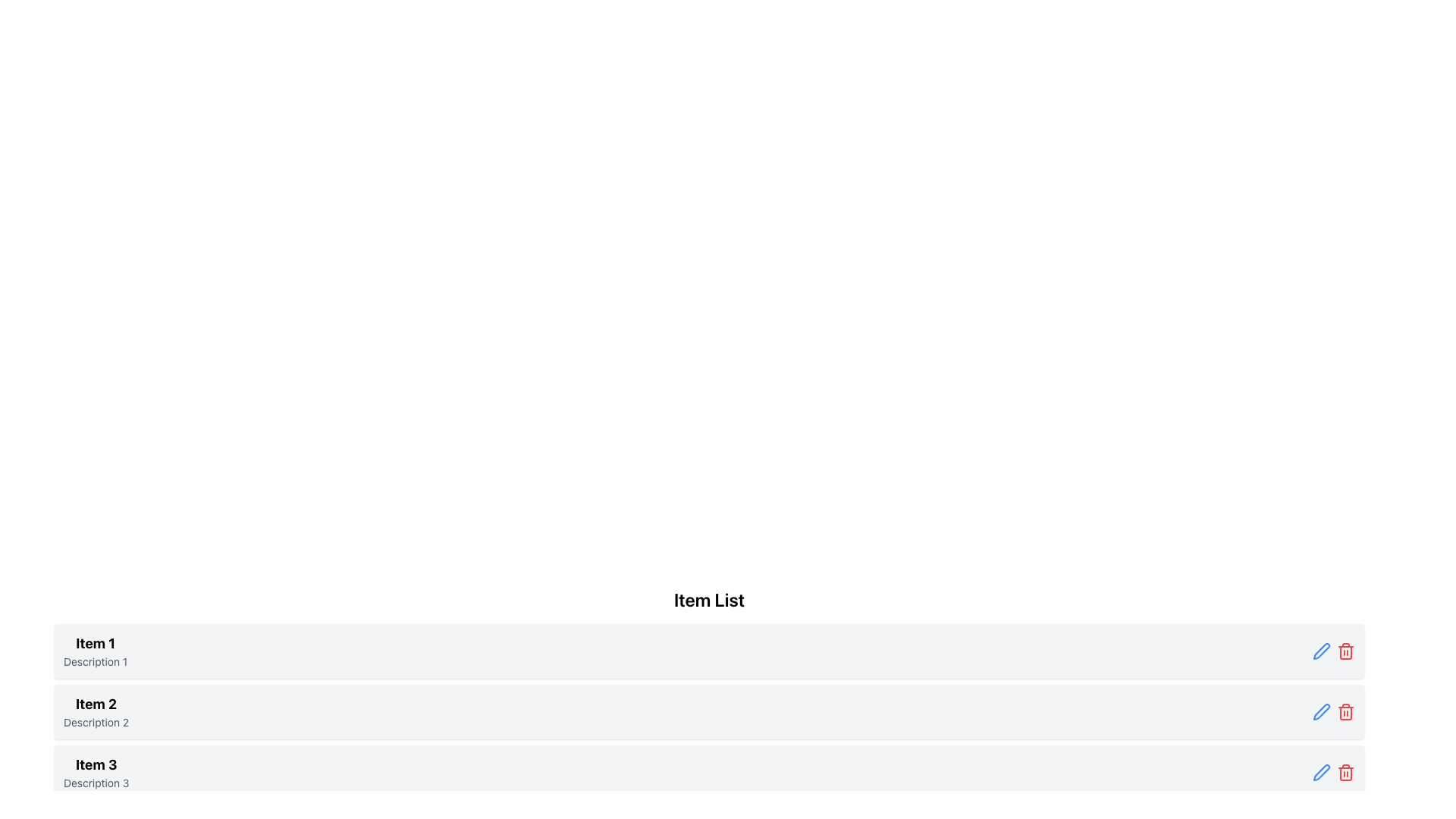 The width and height of the screenshot is (1456, 819). I want to click on the bold text label reading 'Item 2', which is the second item in a vertically aligned list, positioned above 'Description 2' and below 'Item 1', so click(96, 704).